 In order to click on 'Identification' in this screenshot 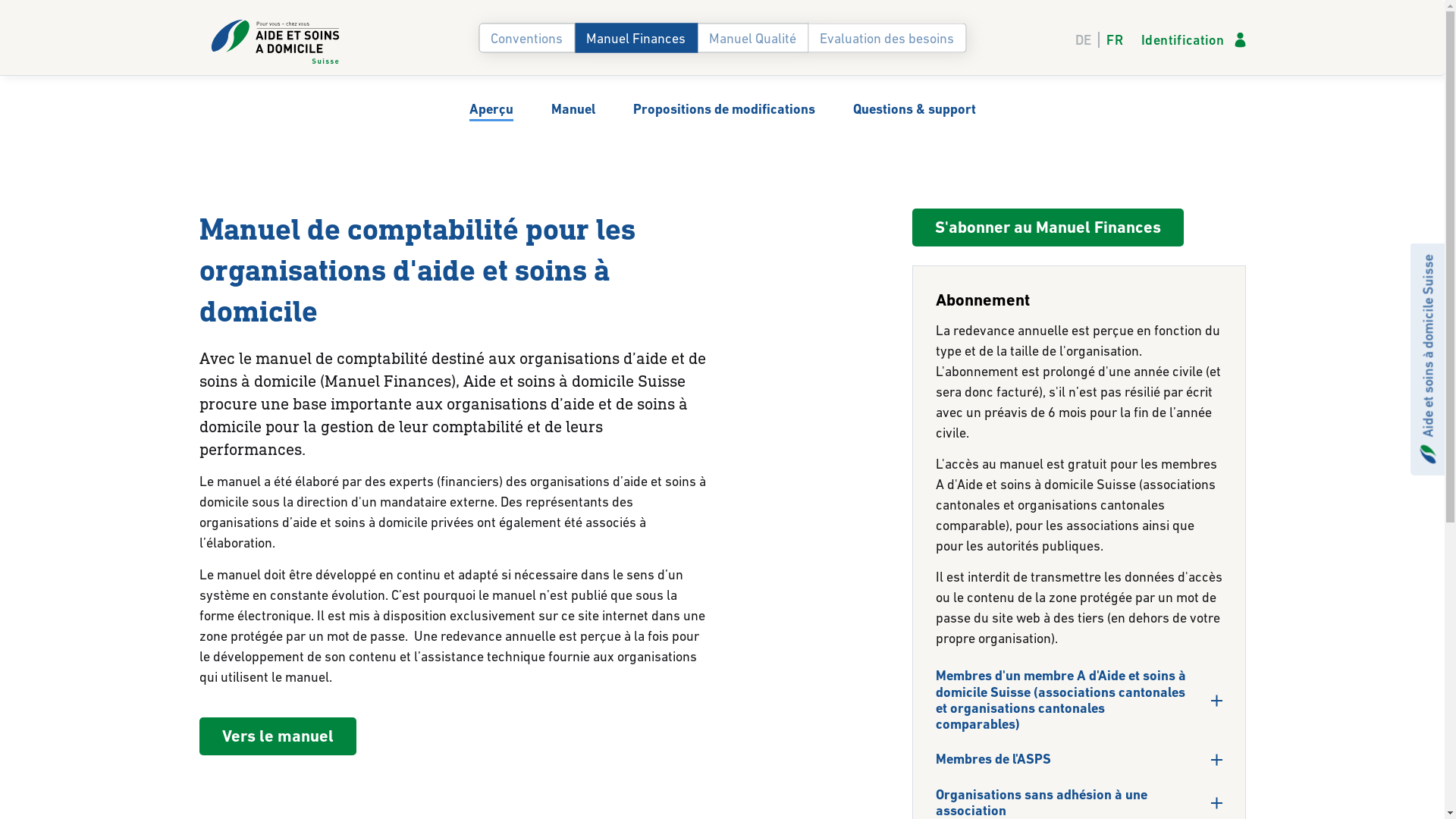, I will do `click(1192, 39)`.